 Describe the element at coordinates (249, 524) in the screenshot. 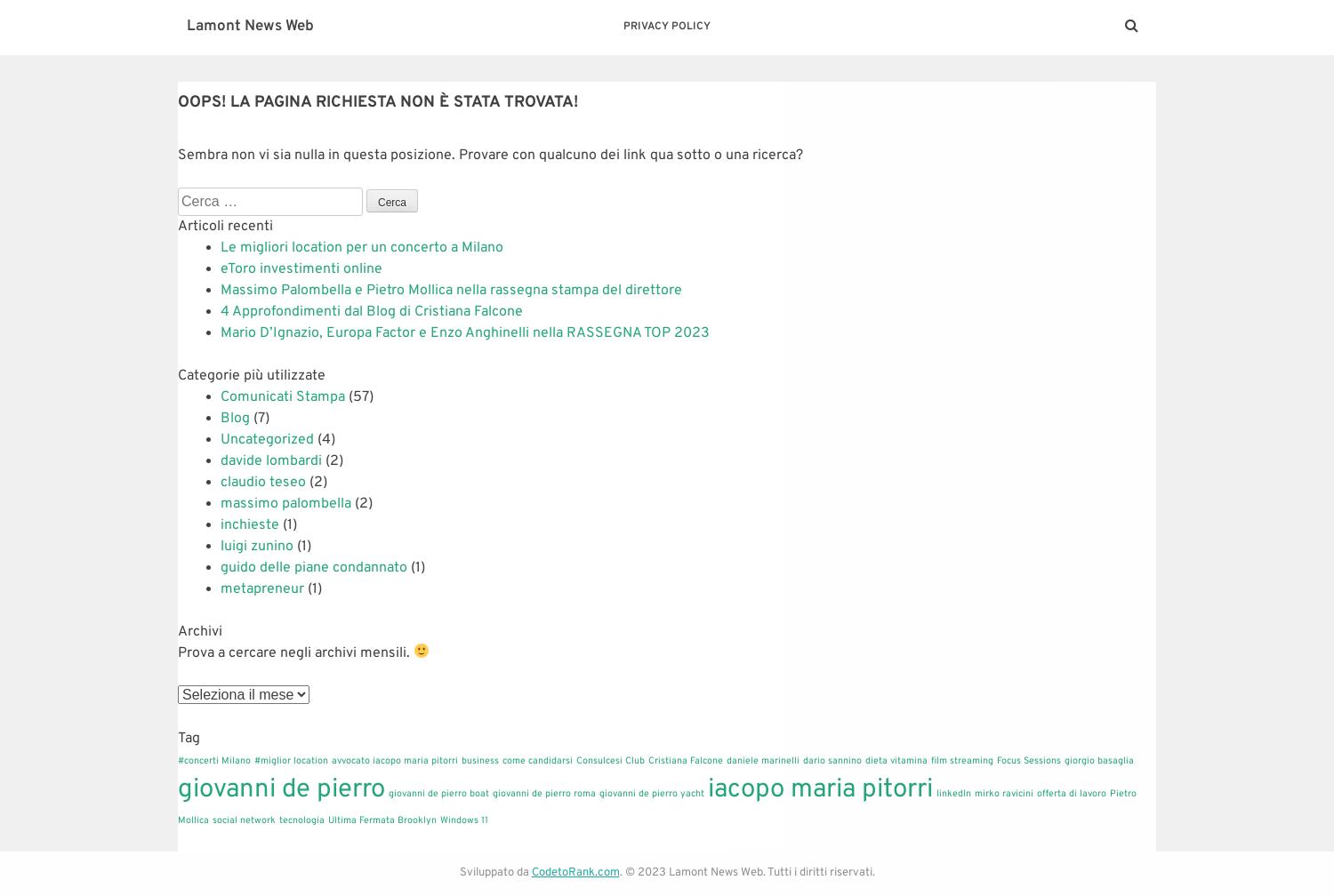

I see `'inchieste'` at that location.